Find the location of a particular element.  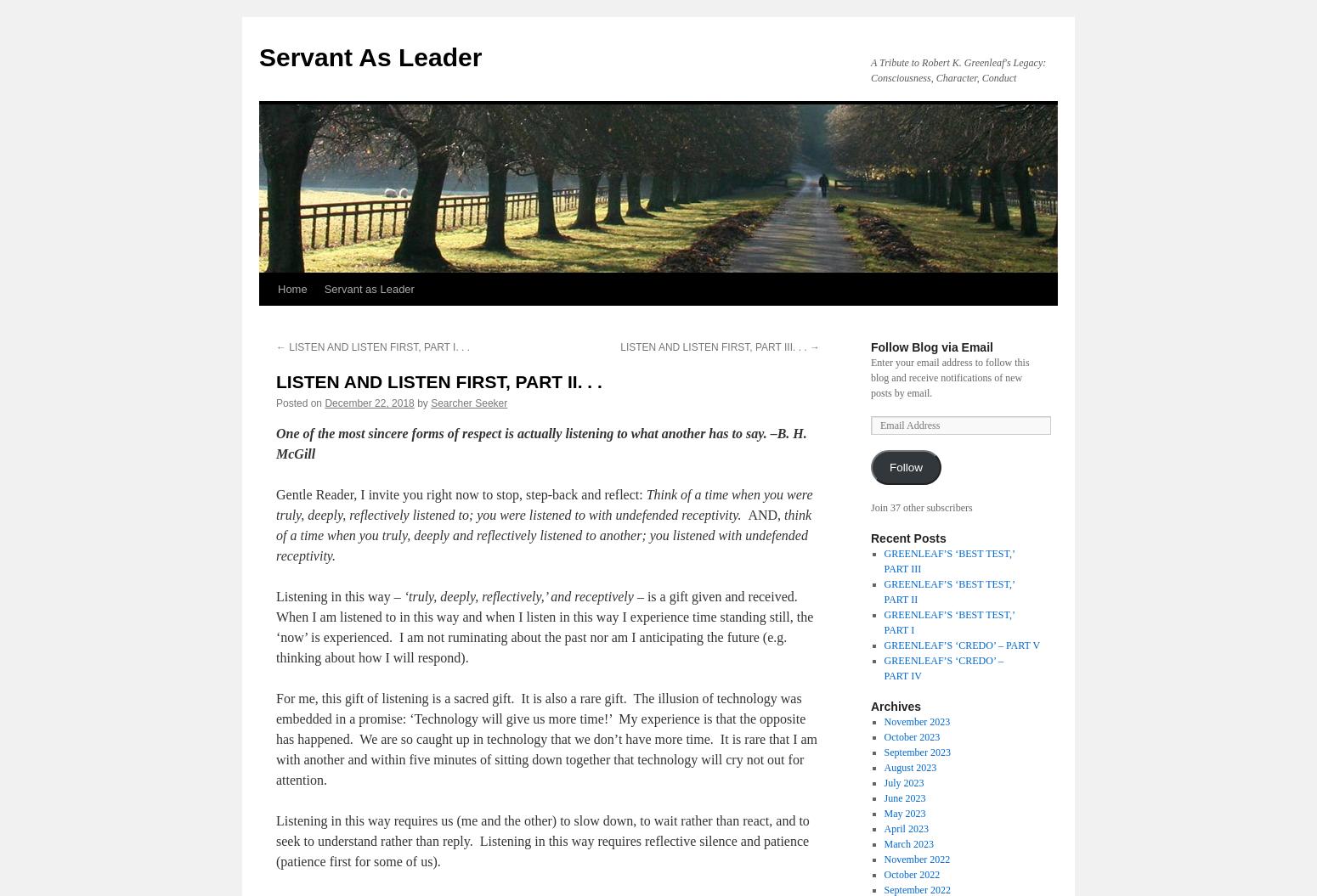

'think of a time when you truly, deeply and reflectively listened to another; you listened with undefended receptivity.' is located at coordinates (542, 535).